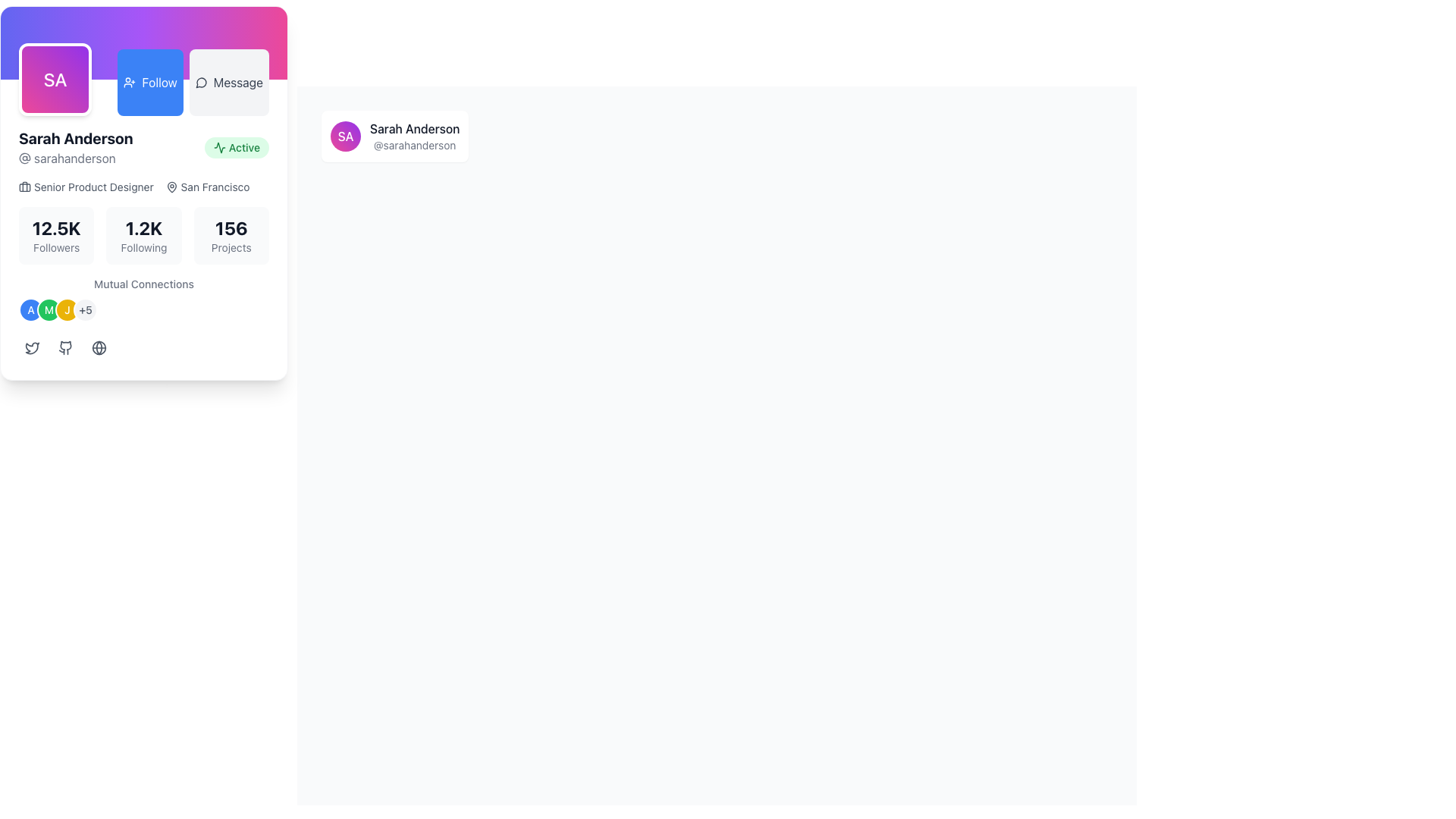  I want to click on the small grayish Twitter logo icon, which is a minimalistic line art design of a bird in flight, located near the bottom of the user information card, so click(33, 348).